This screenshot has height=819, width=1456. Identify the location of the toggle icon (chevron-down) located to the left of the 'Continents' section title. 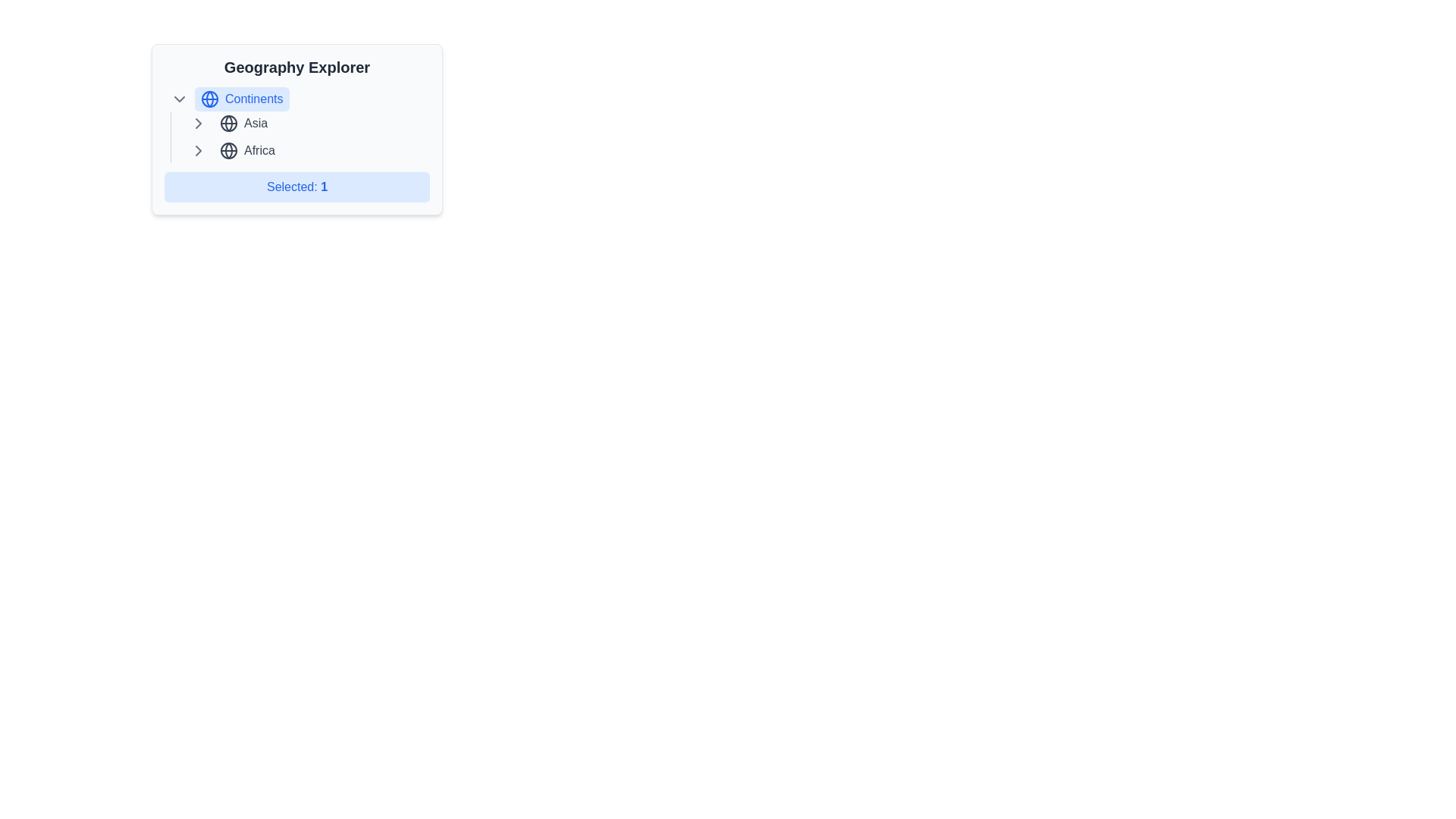
(179, 99).